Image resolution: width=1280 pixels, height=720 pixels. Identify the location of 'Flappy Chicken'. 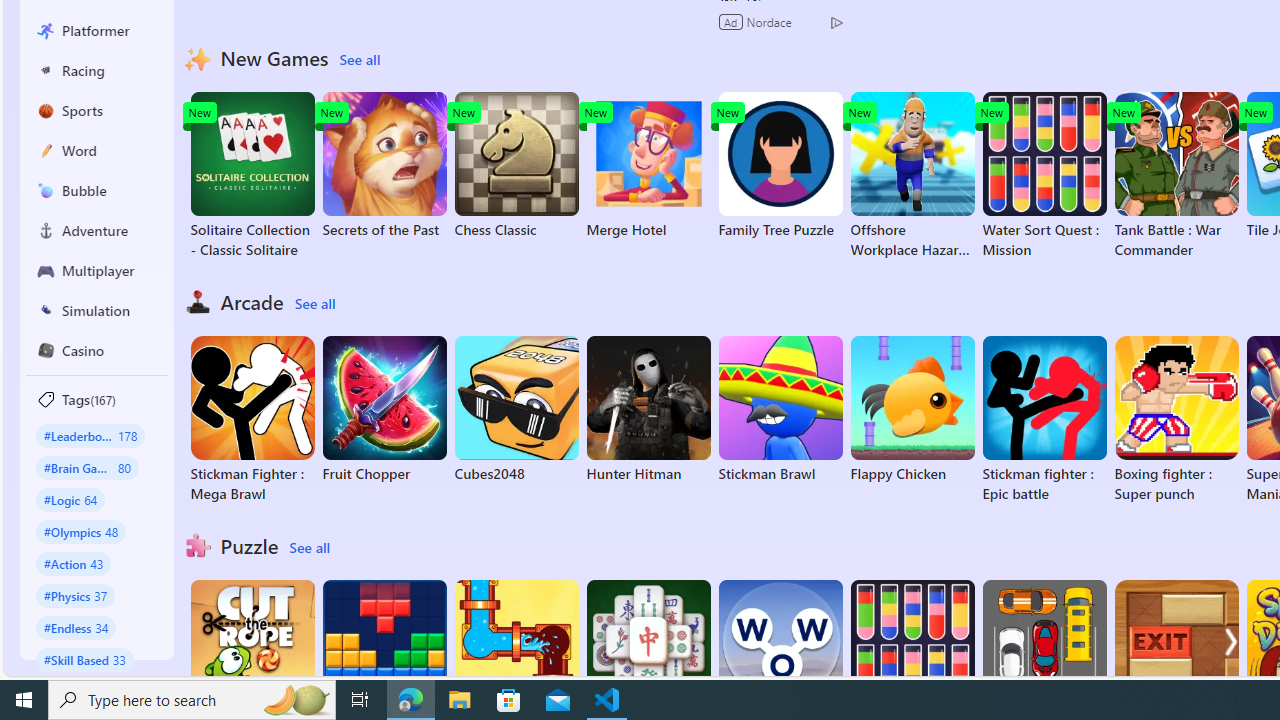
(911, 409).